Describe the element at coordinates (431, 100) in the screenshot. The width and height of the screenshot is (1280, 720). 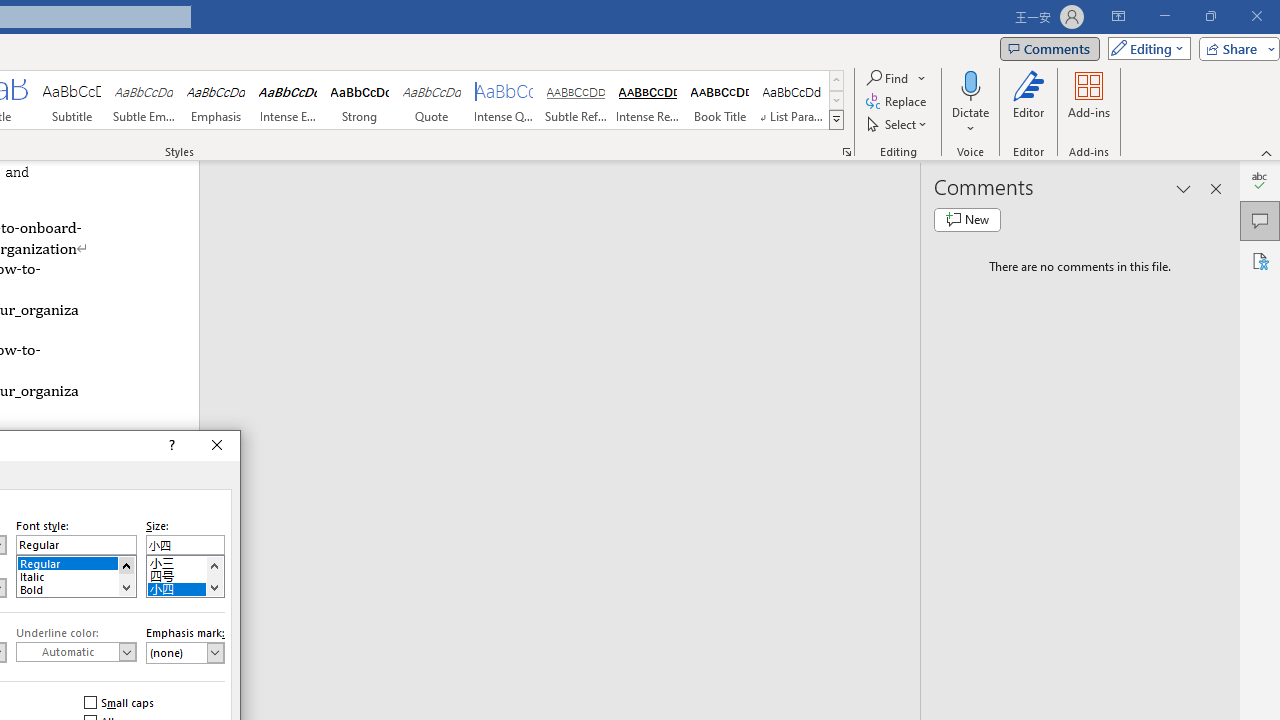
I see `'Quote'` at that location.